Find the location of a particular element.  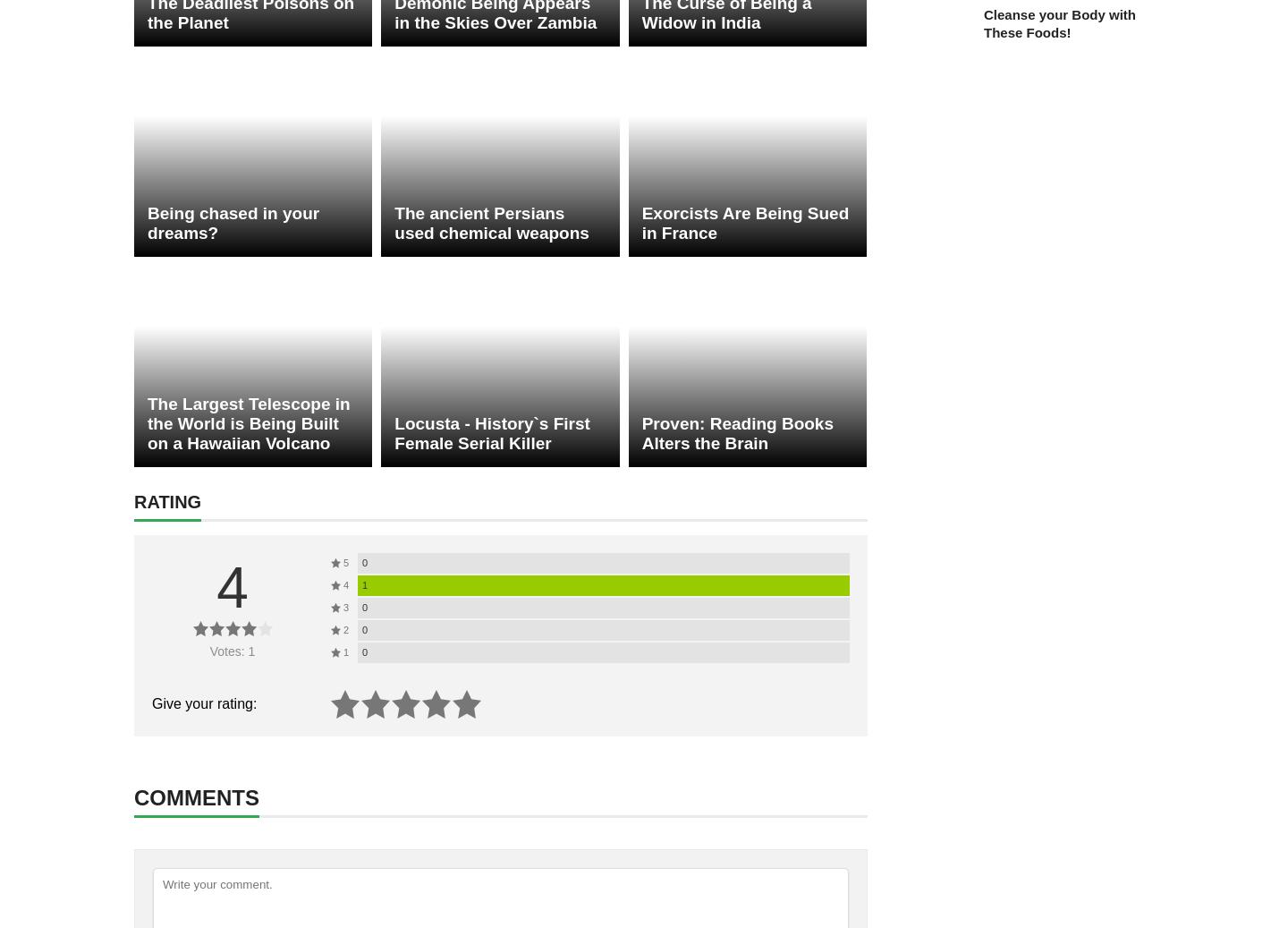

'Locusta - History`s First Female Serial Killer' is located at coordinates (491, 432).